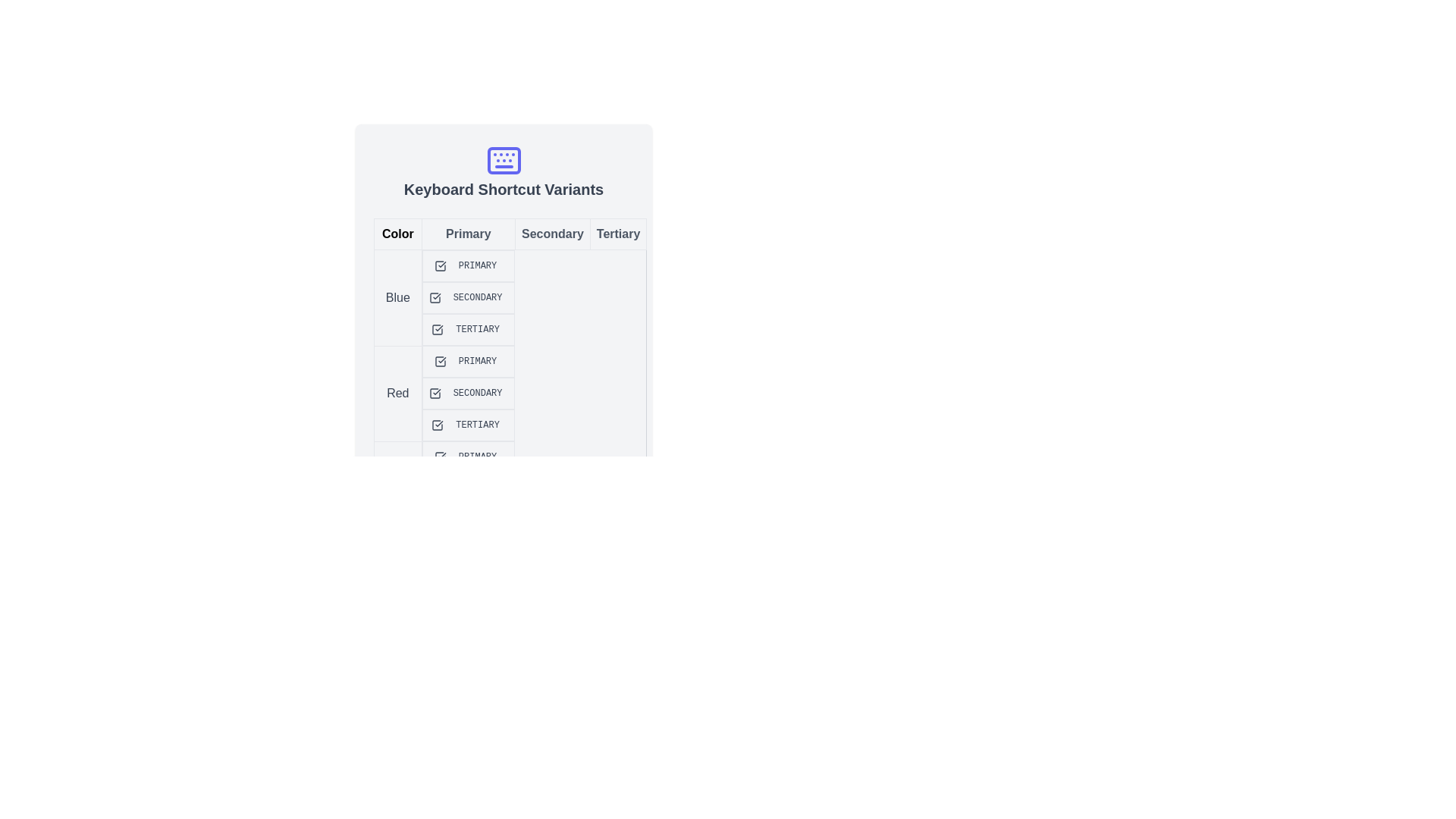 The image size is (1456, 819). I want to click on the graphical representation of the 'Primary' checkbox icon in the 'Red' category of the table, so click(439, 362).